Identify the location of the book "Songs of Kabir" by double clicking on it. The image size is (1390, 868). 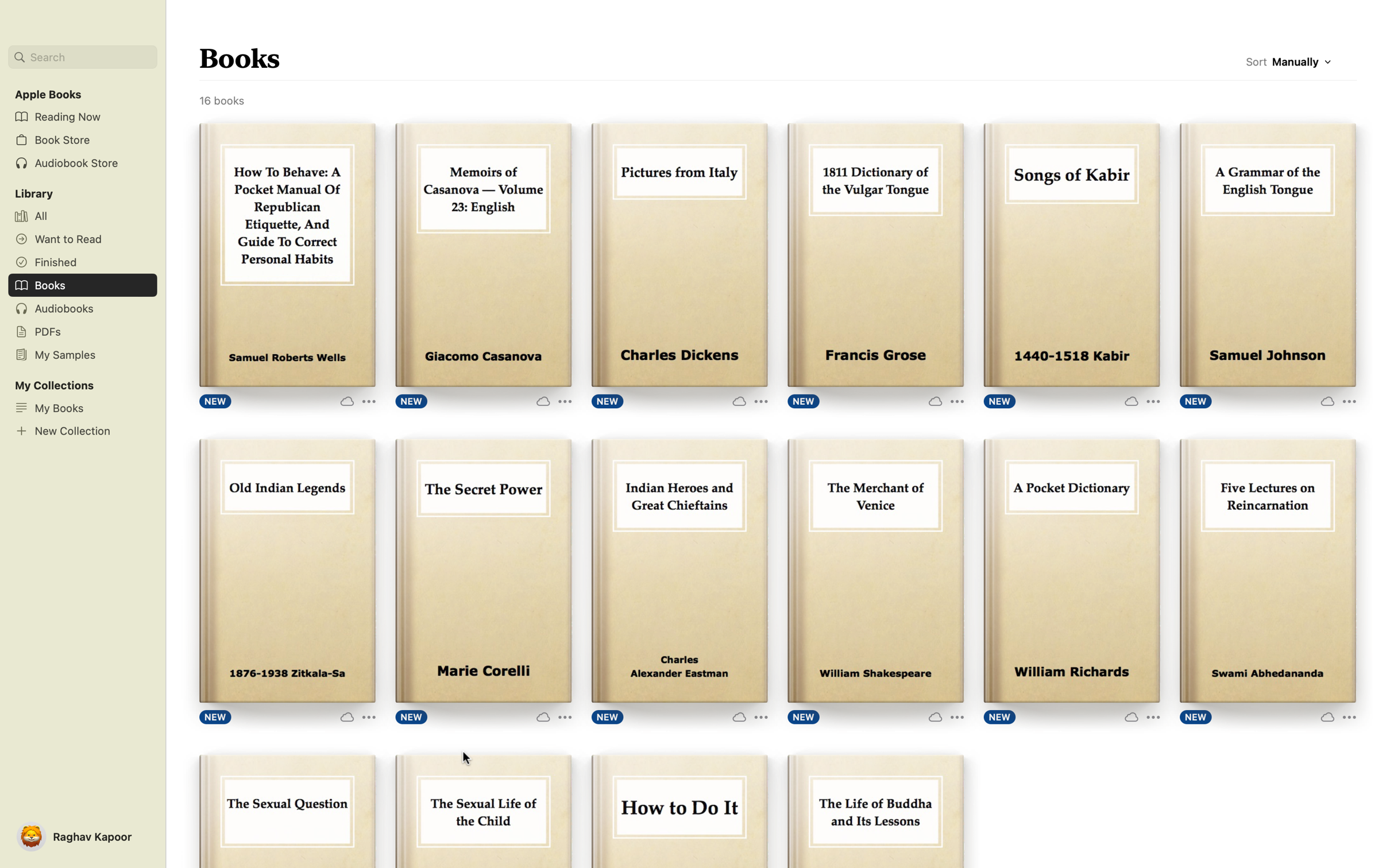
(1071, 255).